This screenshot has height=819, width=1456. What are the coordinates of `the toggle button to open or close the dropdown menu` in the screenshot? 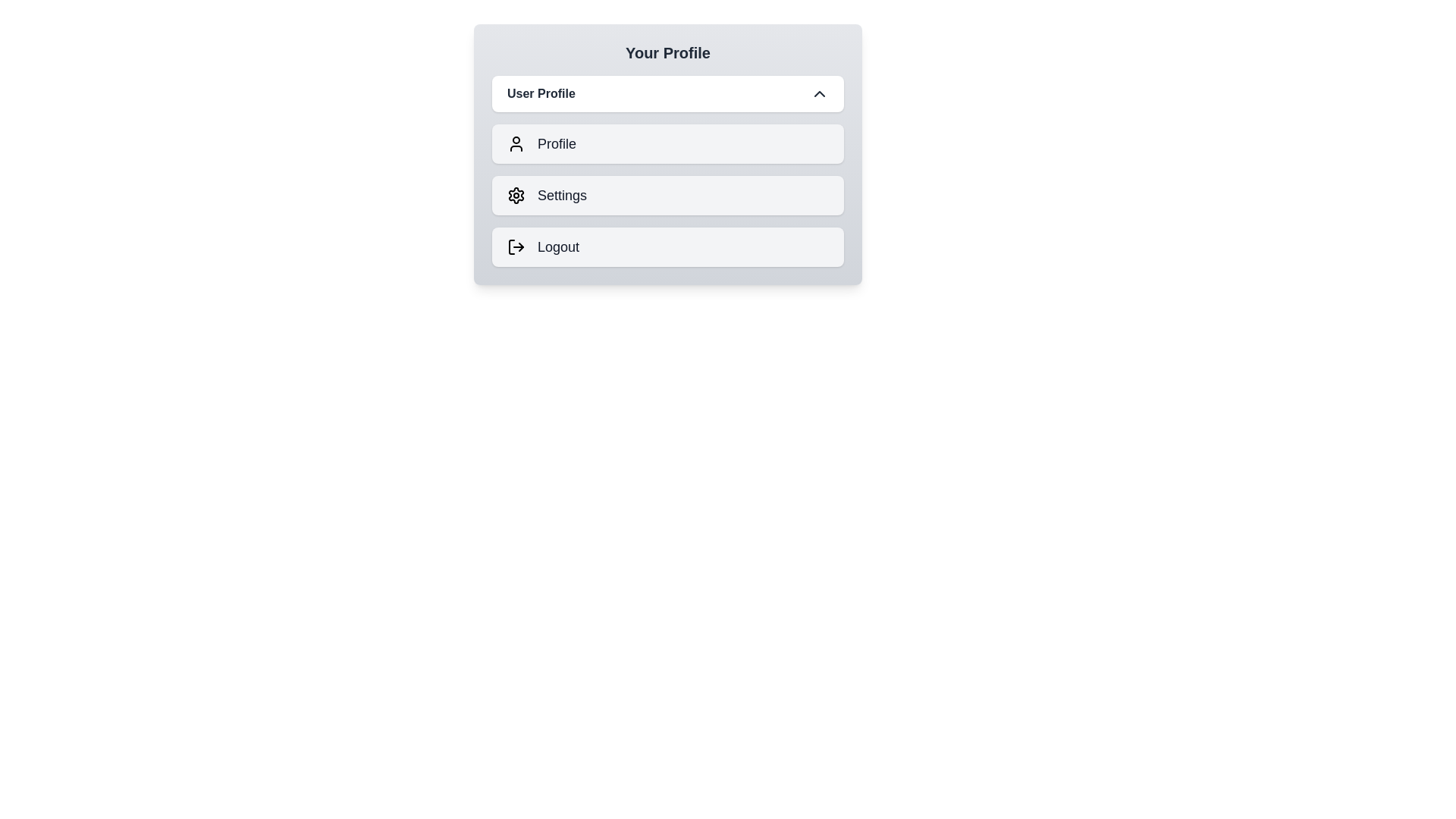 It's located at (667, 93).